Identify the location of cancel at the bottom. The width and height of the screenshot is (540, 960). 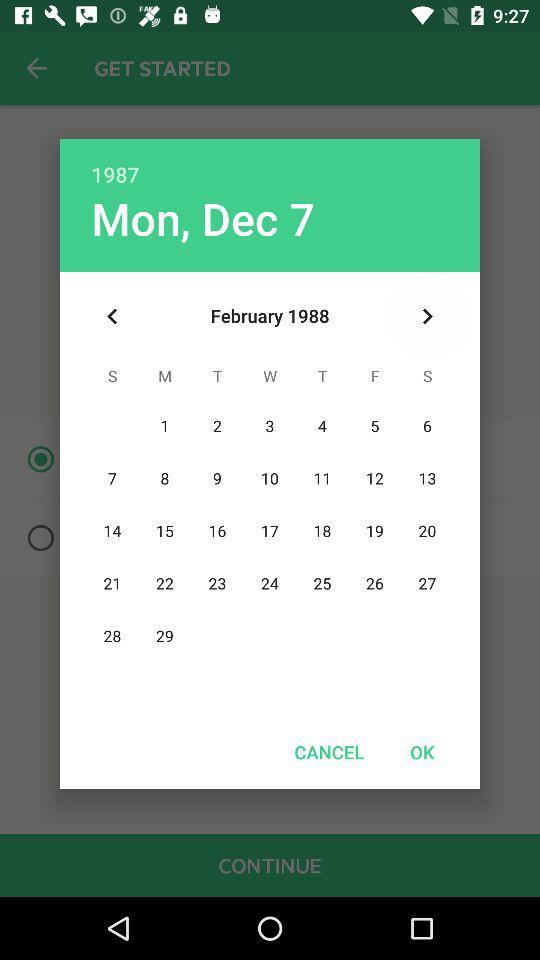
(329, 751).